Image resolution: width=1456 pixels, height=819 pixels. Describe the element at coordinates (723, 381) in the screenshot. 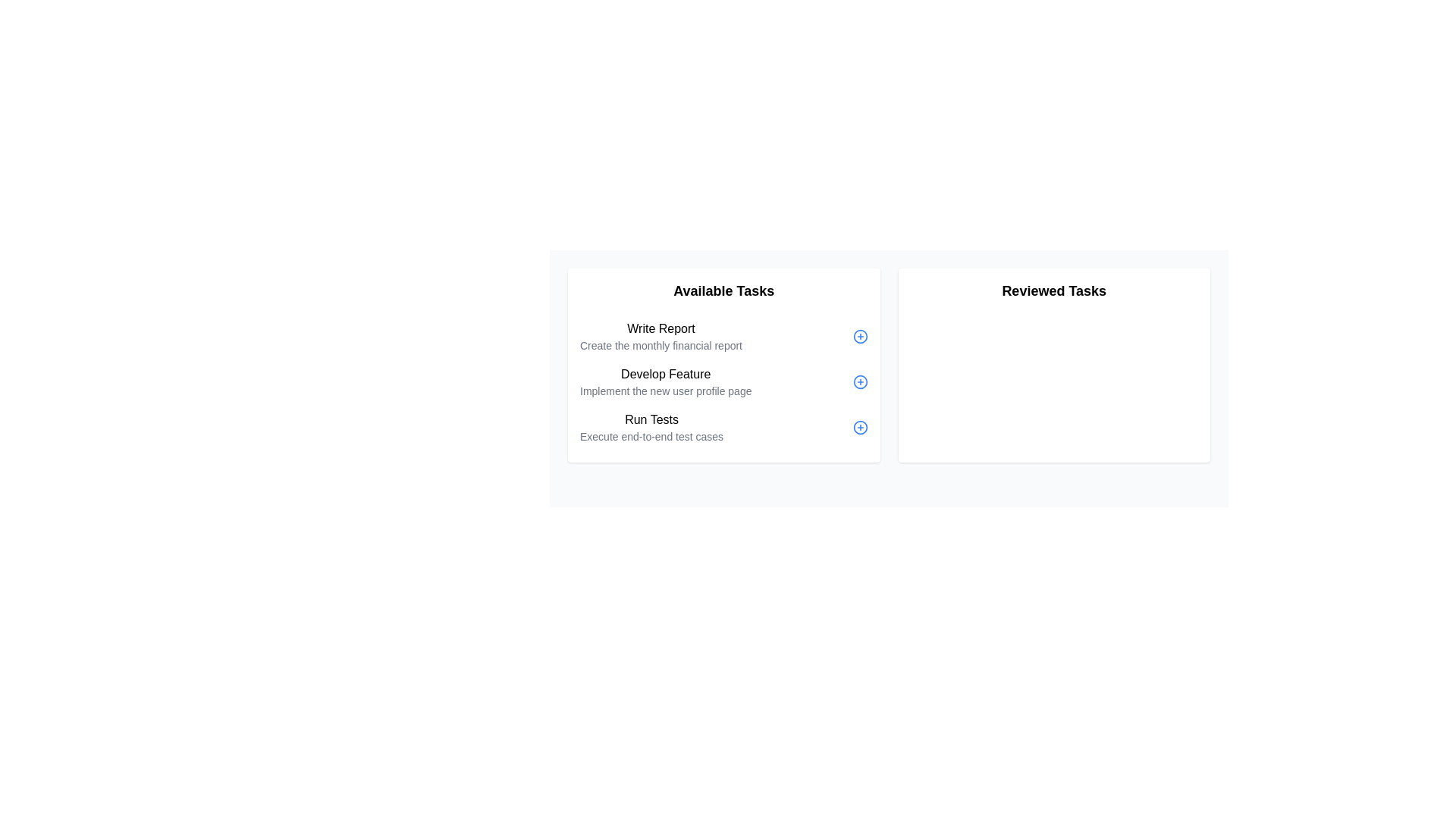

I see `the text part of the second task item in the 'Available Tasks' column` at that location.